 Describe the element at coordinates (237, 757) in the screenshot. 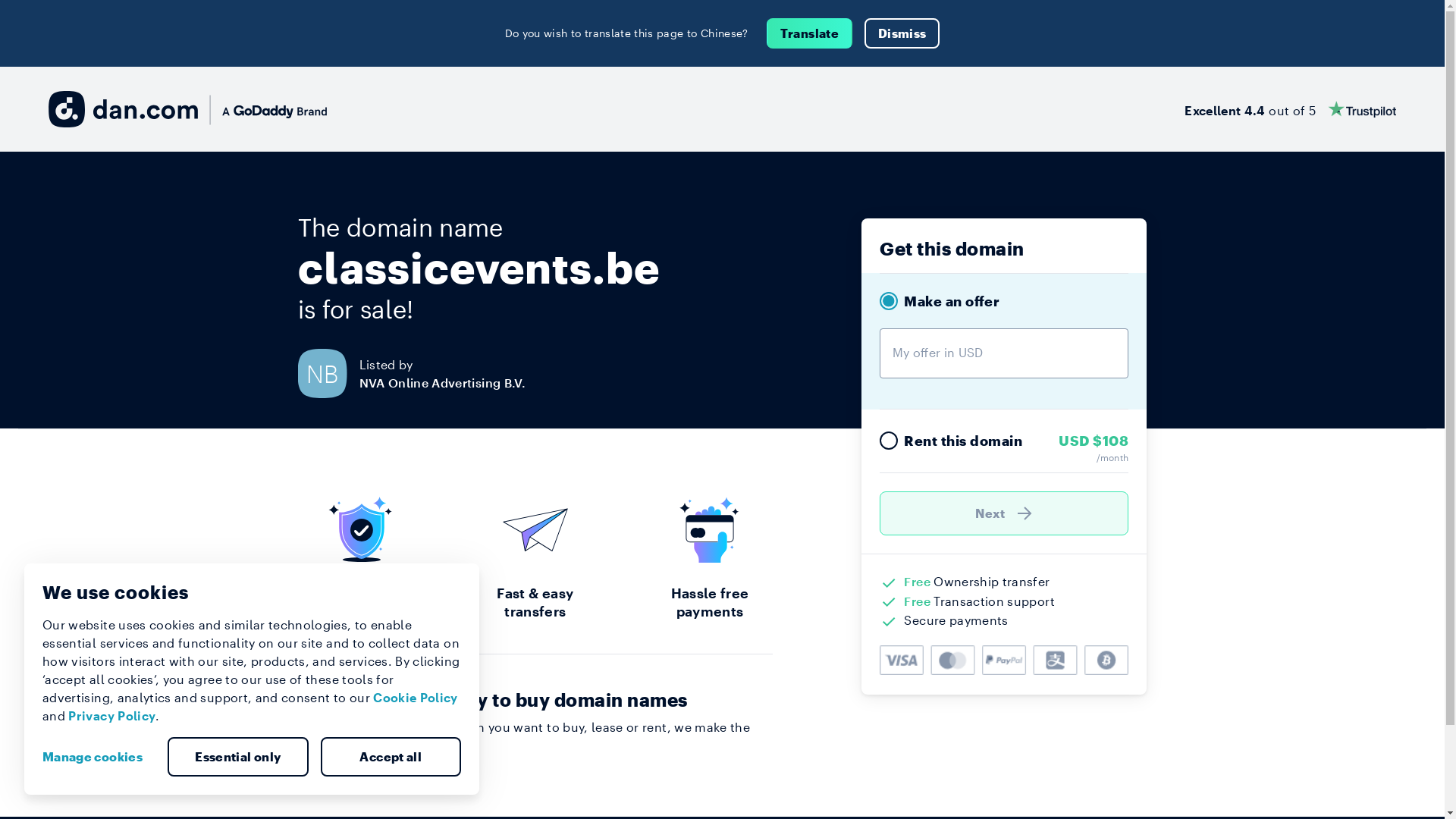

I see `'Essential only'` at that location.